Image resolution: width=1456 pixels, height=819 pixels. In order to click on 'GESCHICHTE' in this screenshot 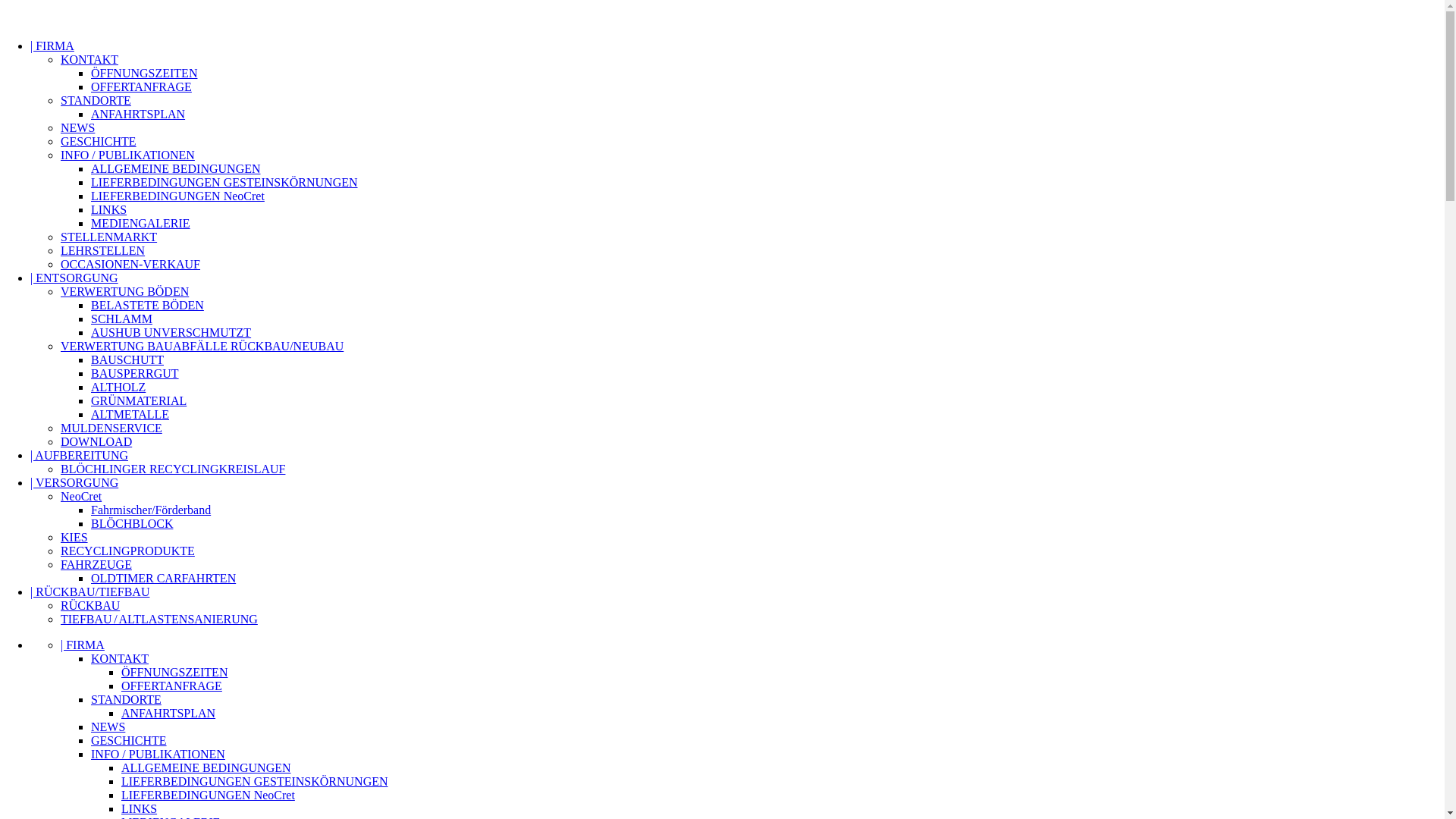, I will do `click(97, 141)`.